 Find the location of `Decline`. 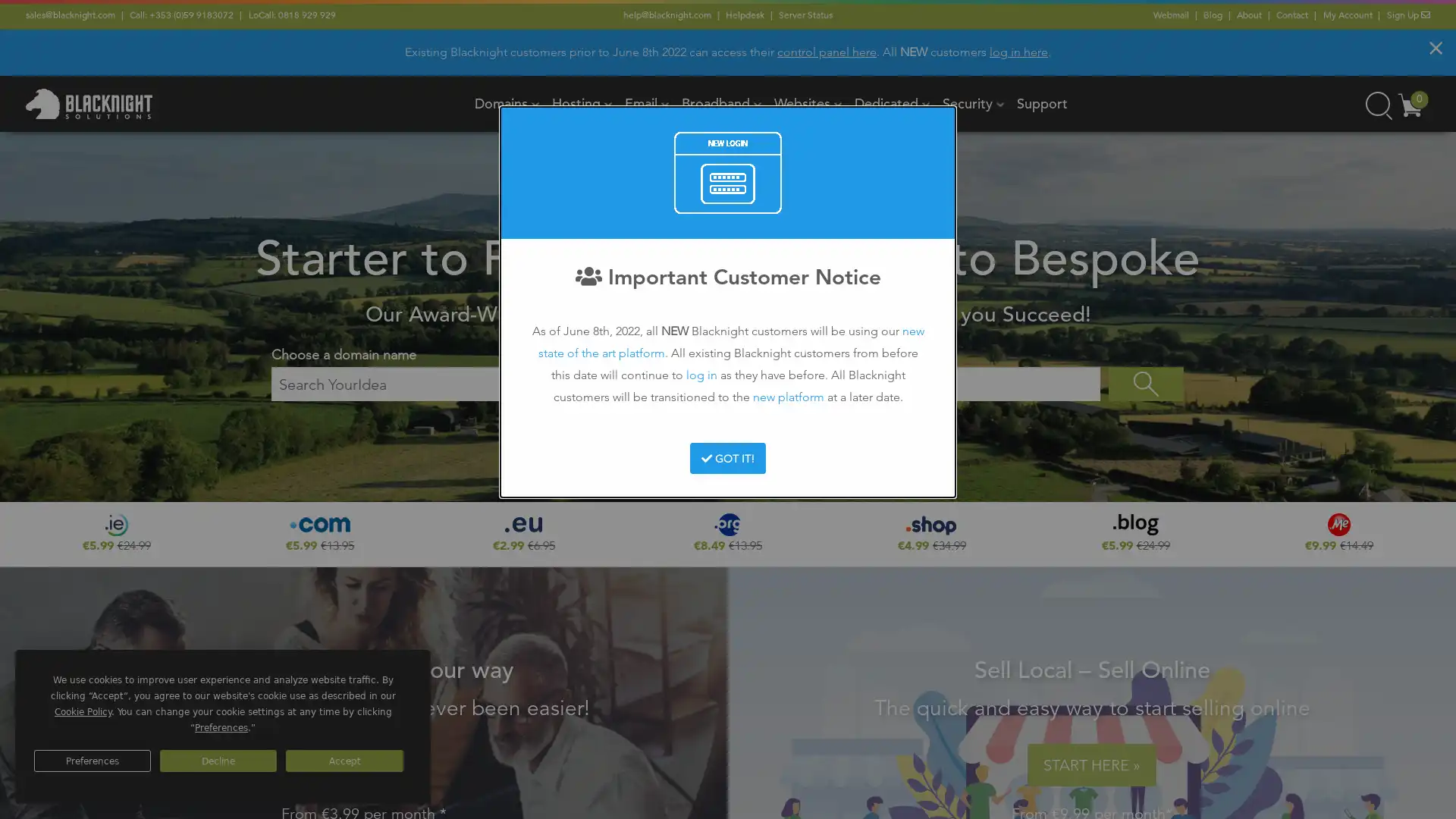

Decline is located at coordinates (218, 761).